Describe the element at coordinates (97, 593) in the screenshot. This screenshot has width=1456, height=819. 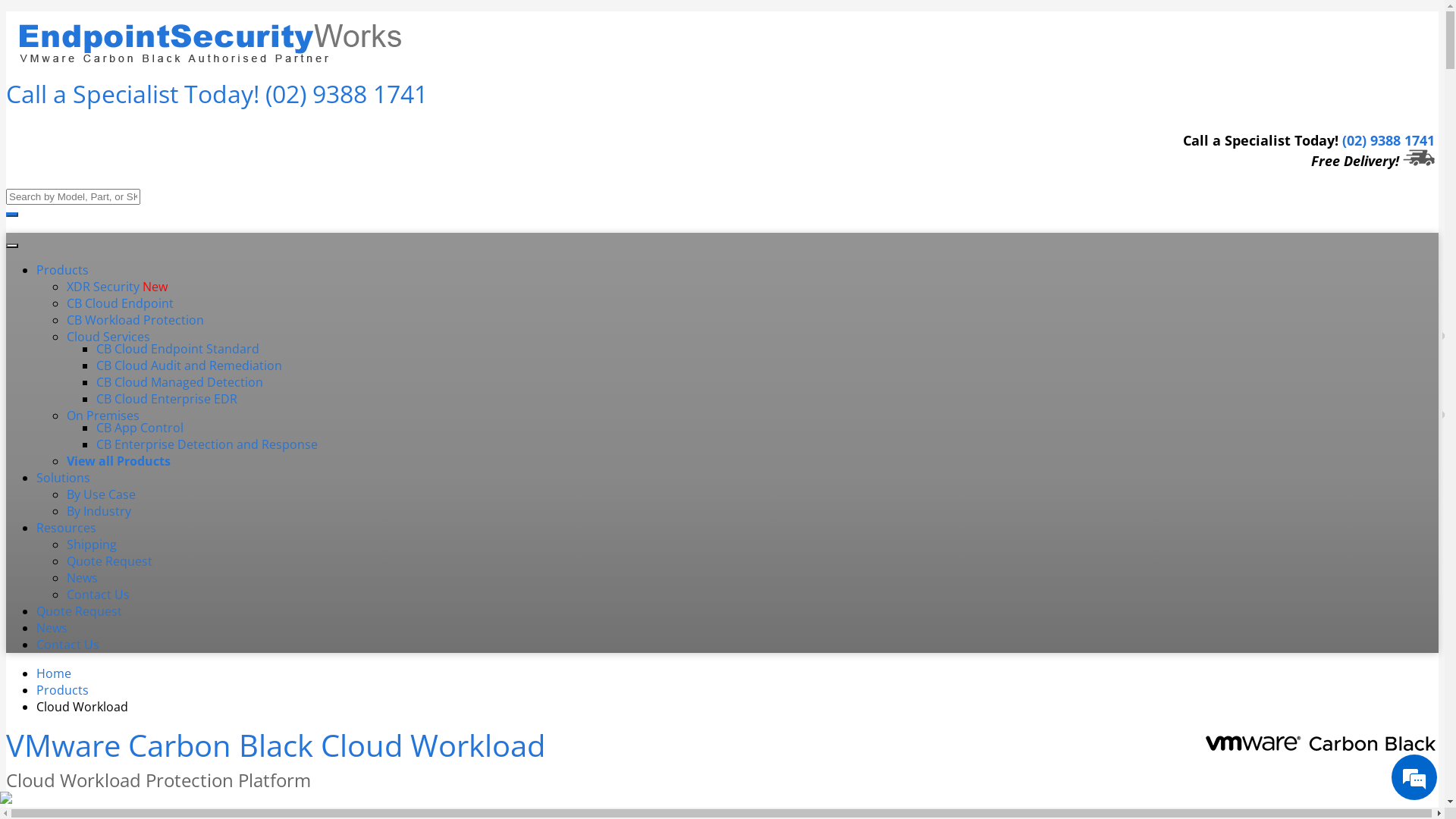
I see `'Contact Us'` at that location.